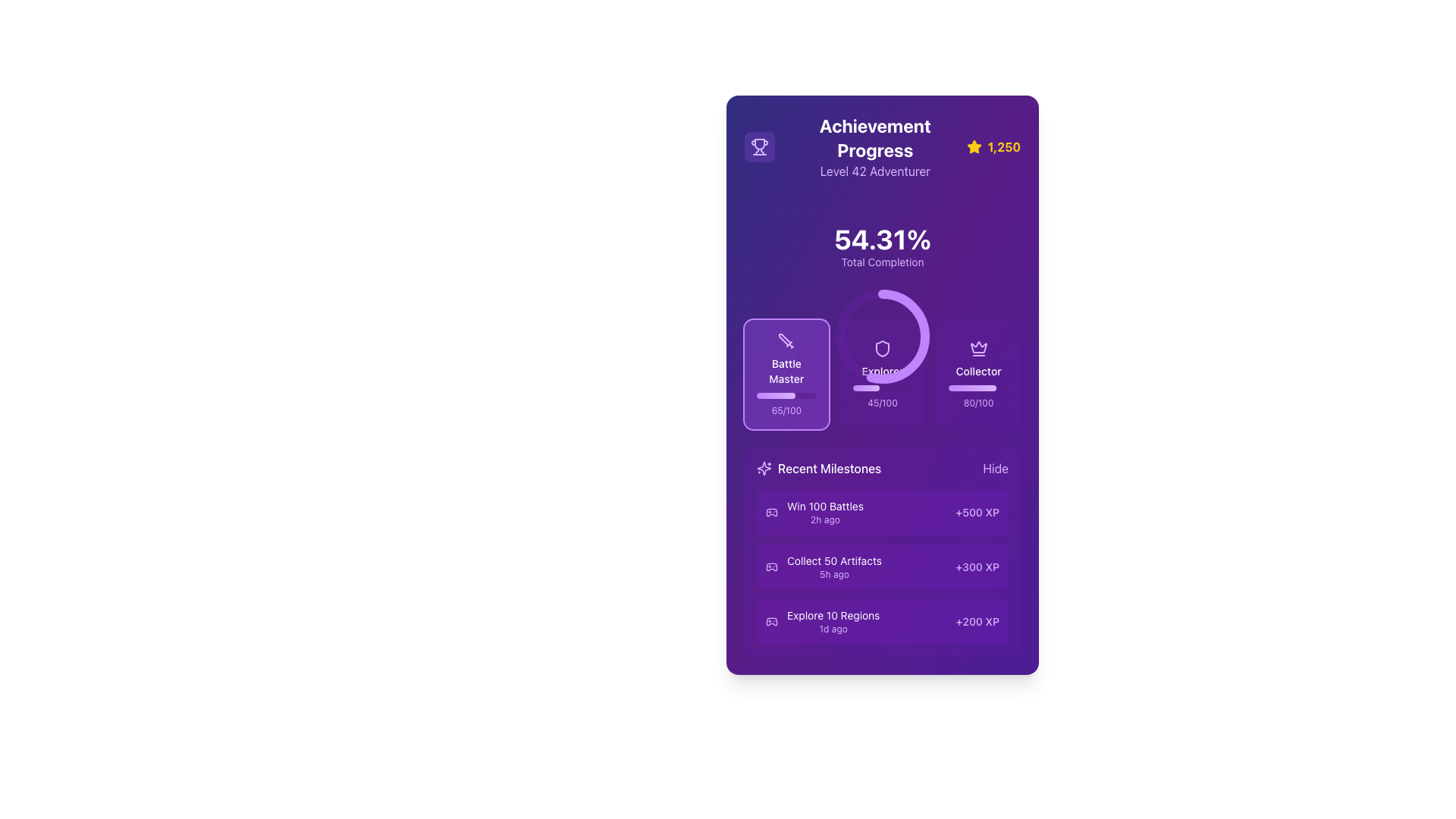 The height and width of the screenshot is (819, 1456). Describe the element at coordinates (833, 575) in the screenshot. I see `information displayed in the text label that shows the time passed since 'Collect 50 Artifacts', which reads '5h ago'` at that location.